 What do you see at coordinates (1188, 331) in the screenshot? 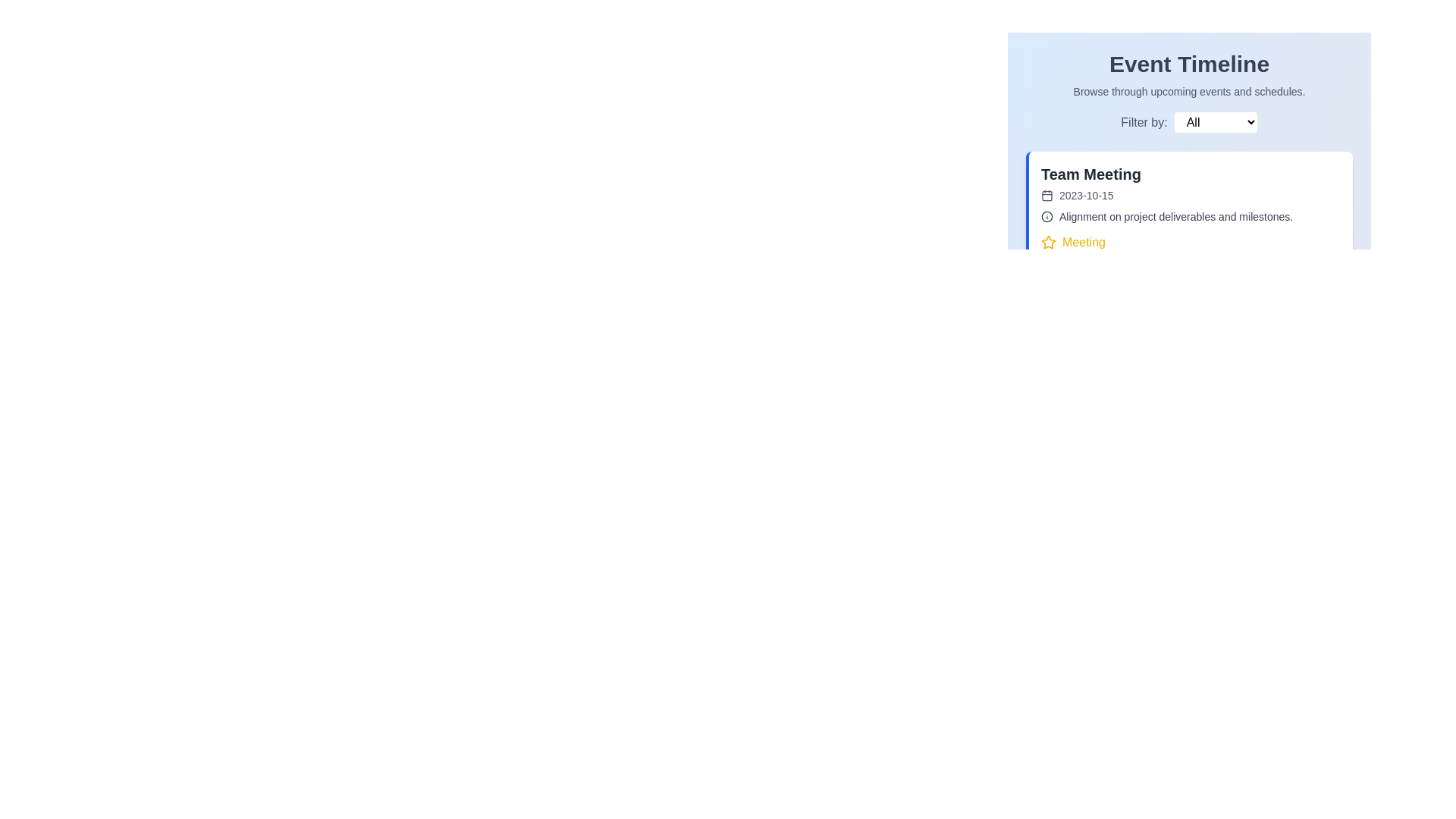
I see `the contextual navigation tools` at bounding box center [1188, 331].